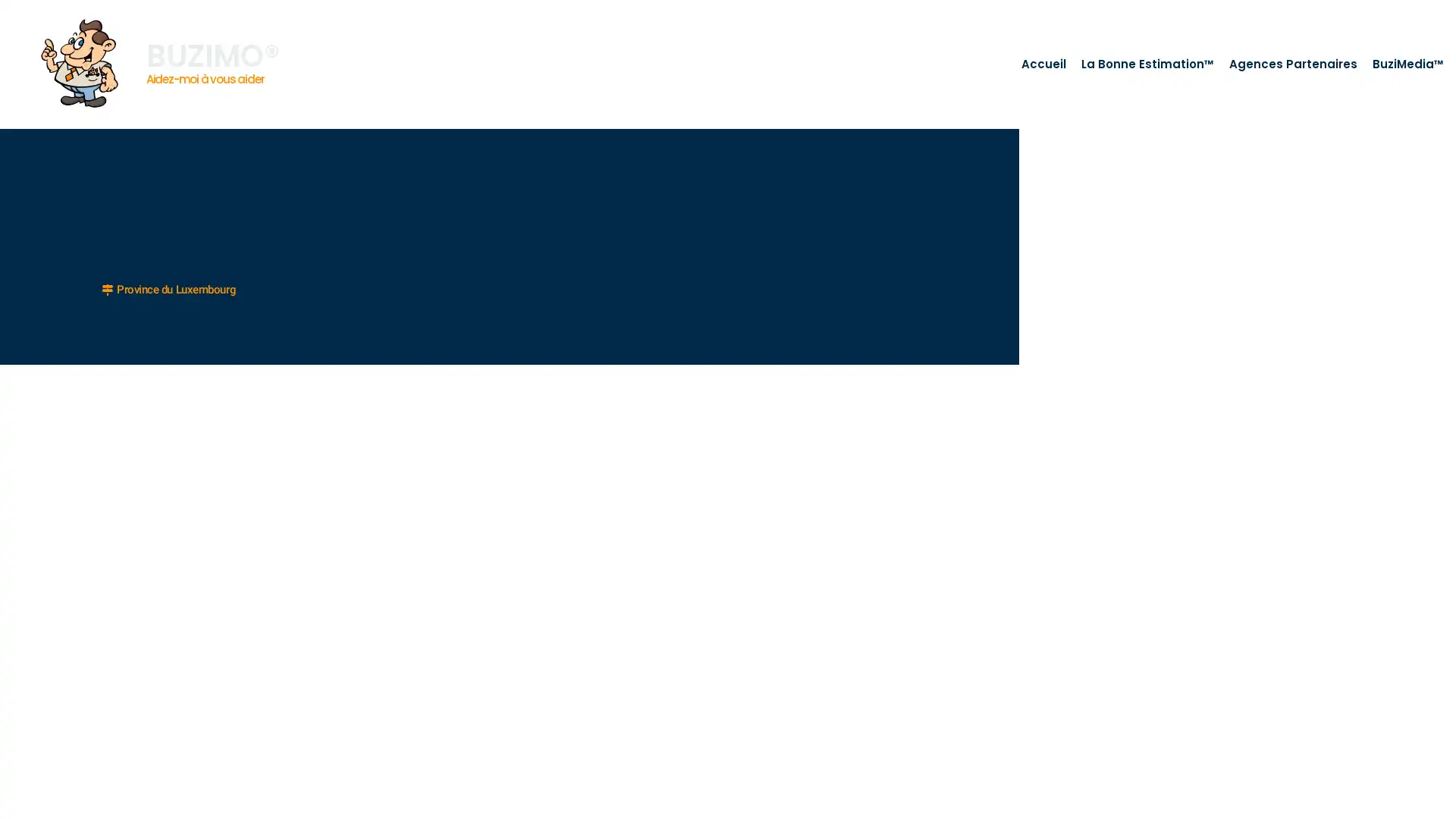 The image size is (1456, 819). Describe the element at coordinates (168, 289) in the screenshot. I see `Province du Luxembourg` at that location.